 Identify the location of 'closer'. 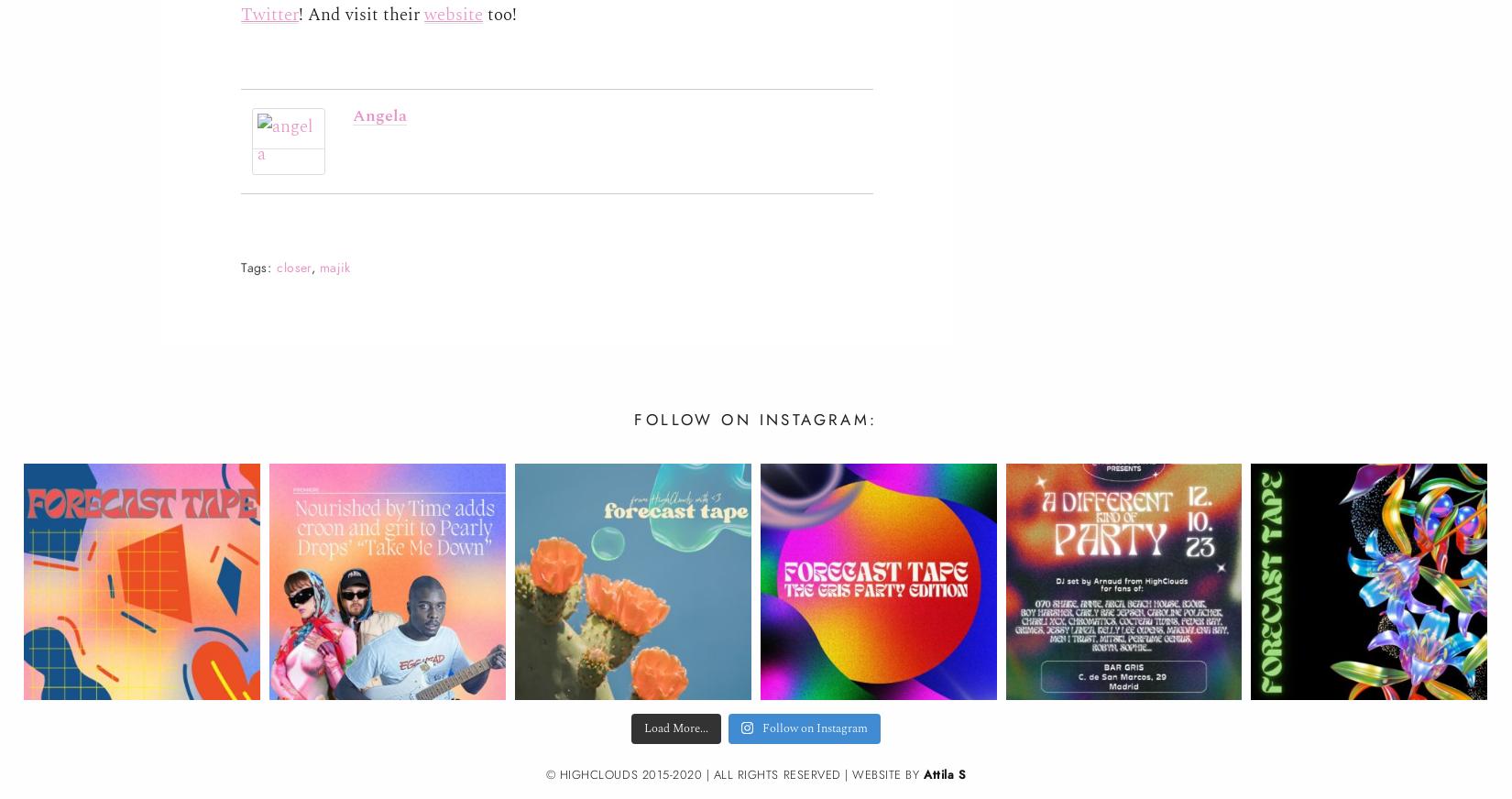
(293, 266).